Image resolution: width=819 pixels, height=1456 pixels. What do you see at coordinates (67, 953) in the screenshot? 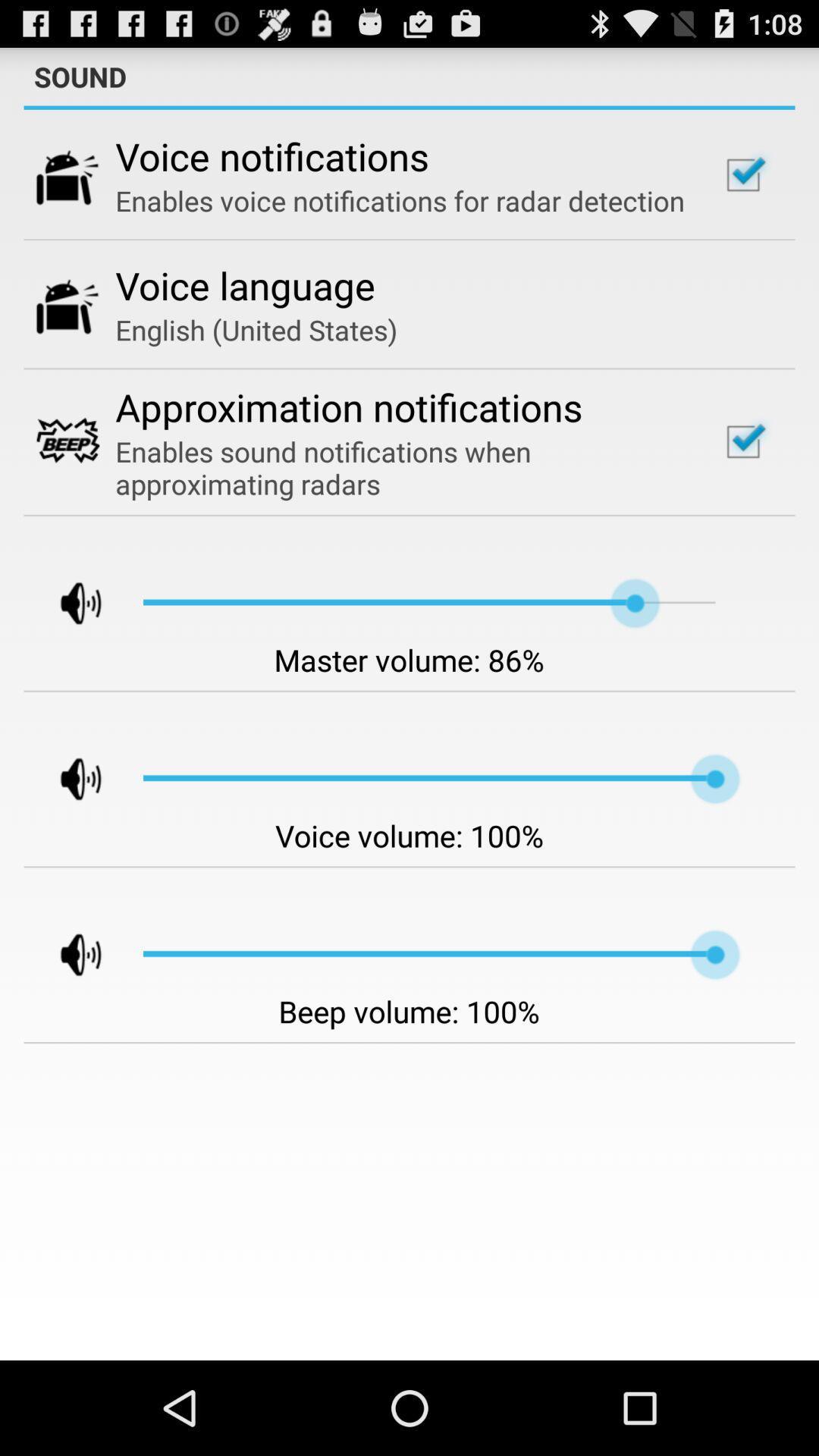
I see `the third volume symbol` at bounding box center [67, 953].